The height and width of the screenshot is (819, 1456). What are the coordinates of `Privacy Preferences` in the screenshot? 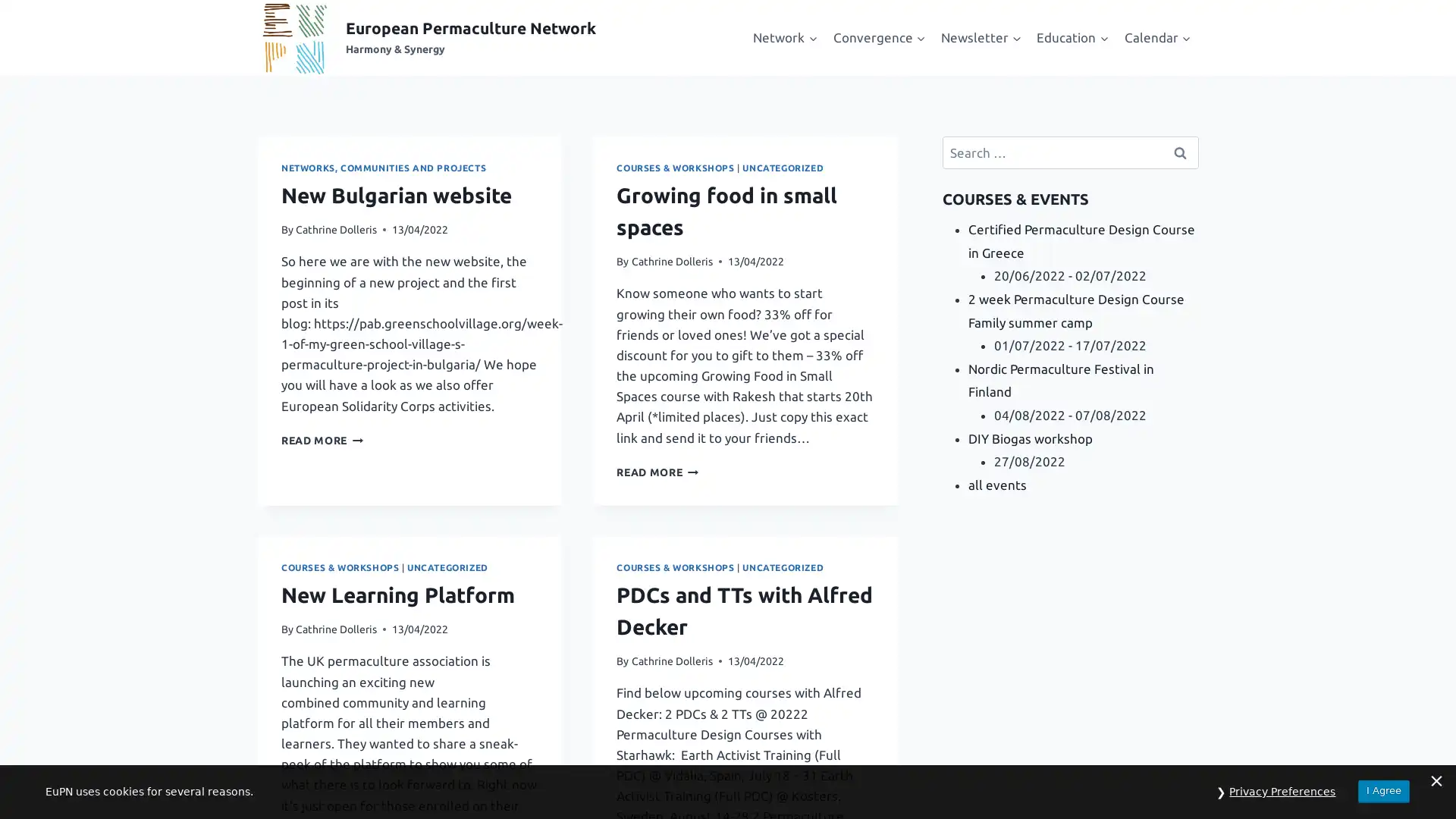 It's located at (1282, 791).